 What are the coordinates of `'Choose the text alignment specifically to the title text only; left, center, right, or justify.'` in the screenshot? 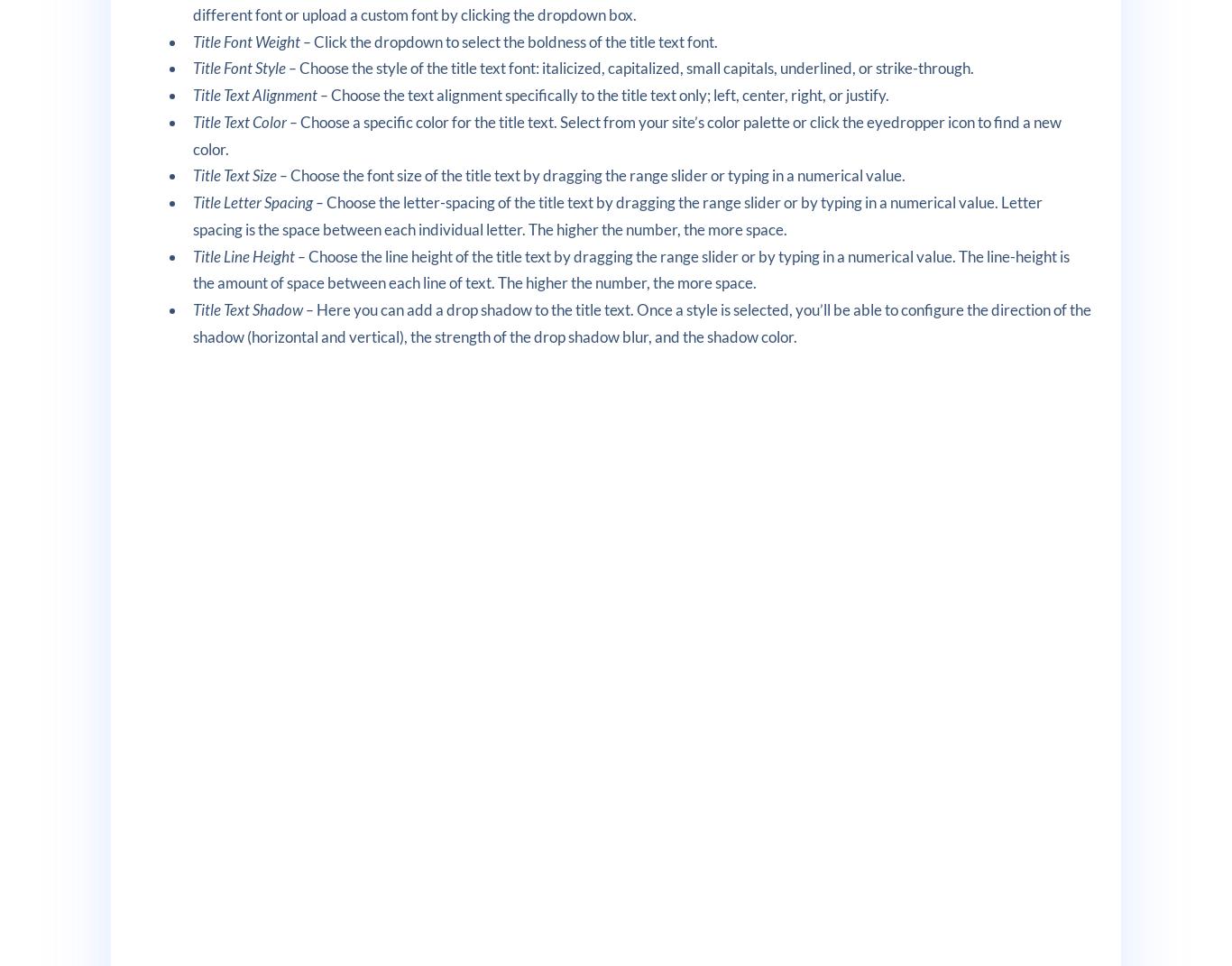 It's located at (609, 94).